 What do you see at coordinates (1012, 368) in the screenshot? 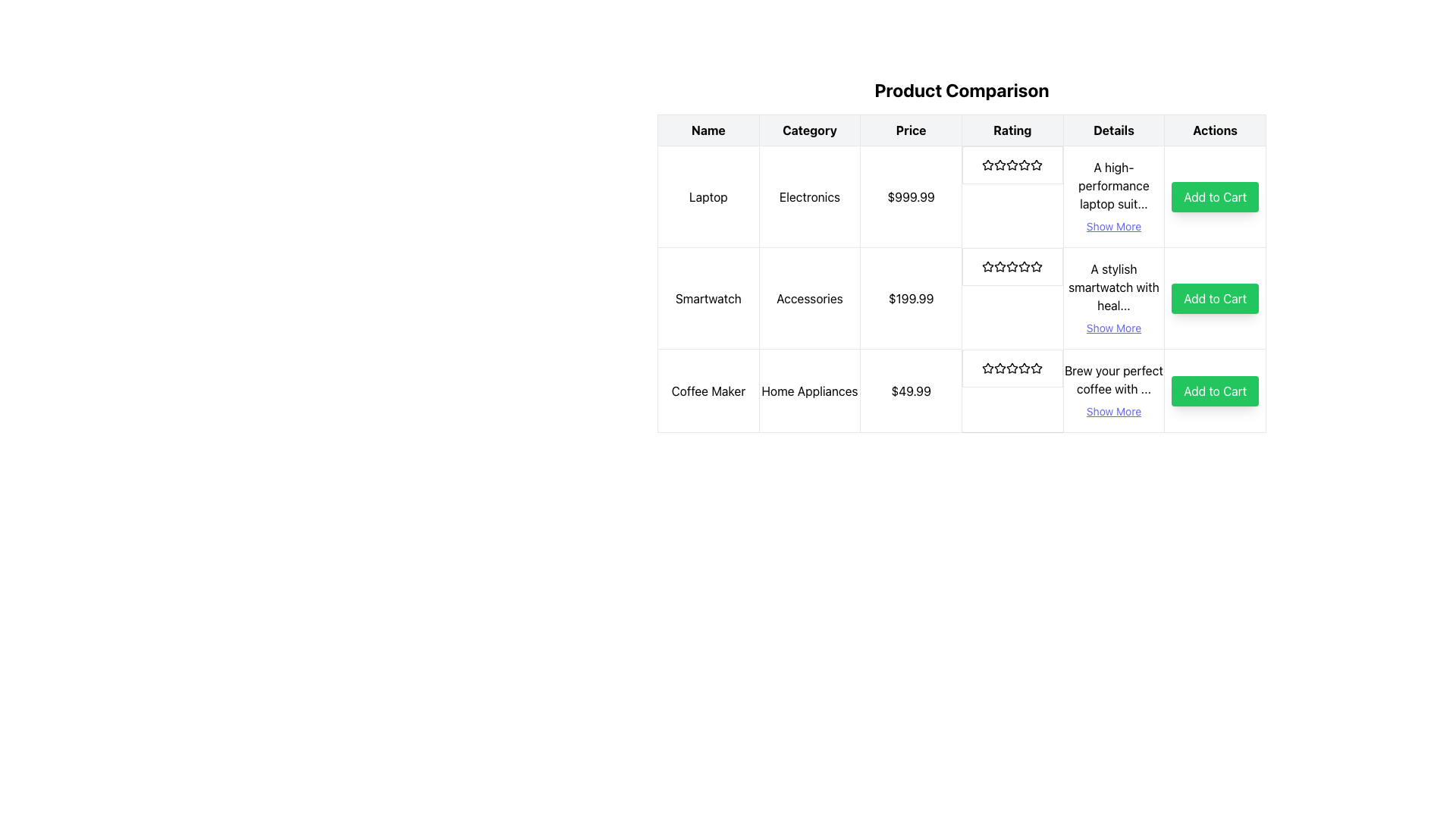
I see `the Rating bar located in the fourth column of the table corresponding to the Coffee Maker product in the third row` at bounding box center [1012, 368].